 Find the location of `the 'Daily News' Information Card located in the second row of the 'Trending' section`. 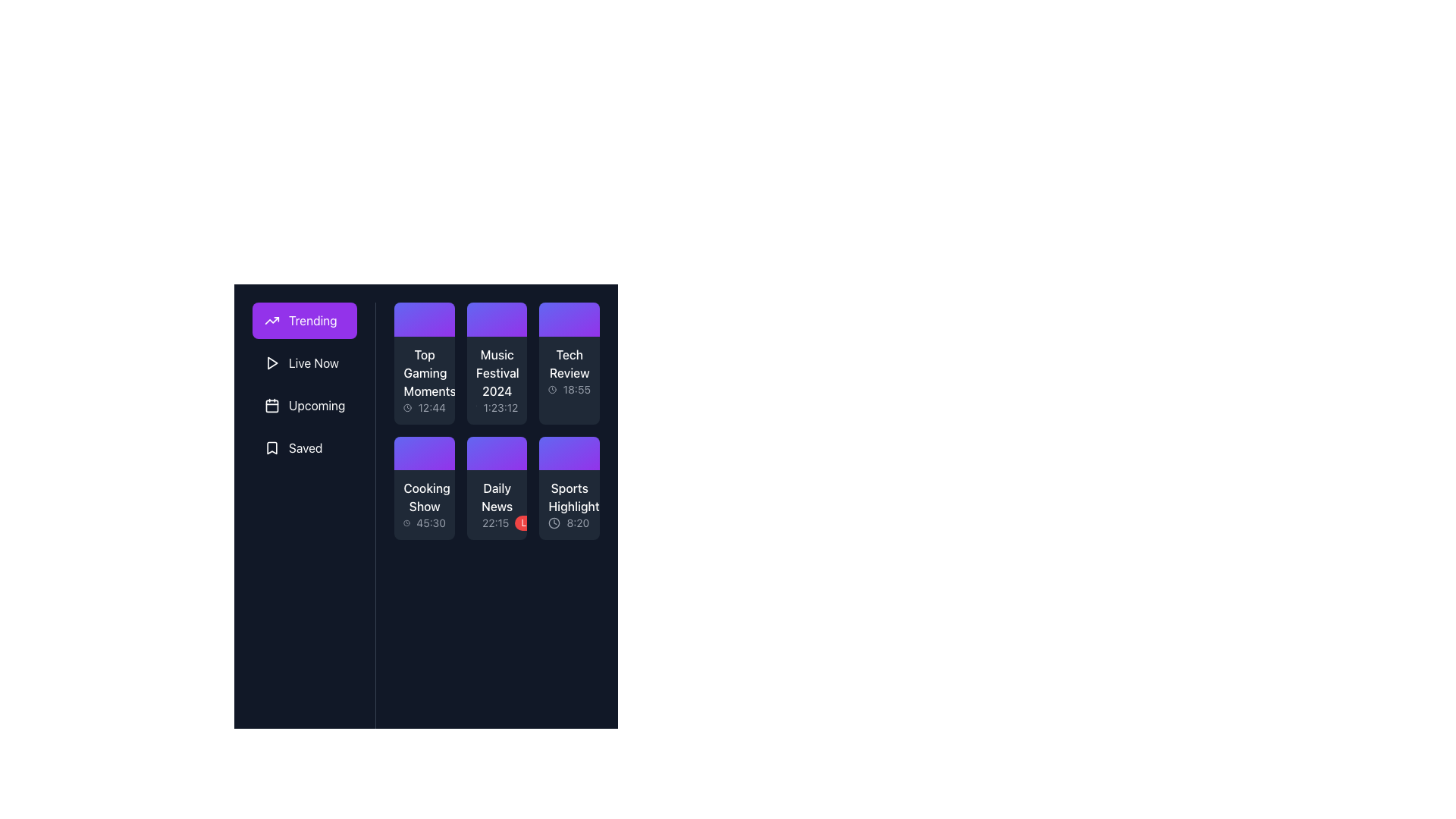

the 'Daily News' Information Card located in the second row of the 'Trending' section is located at coordinates (497, 505).